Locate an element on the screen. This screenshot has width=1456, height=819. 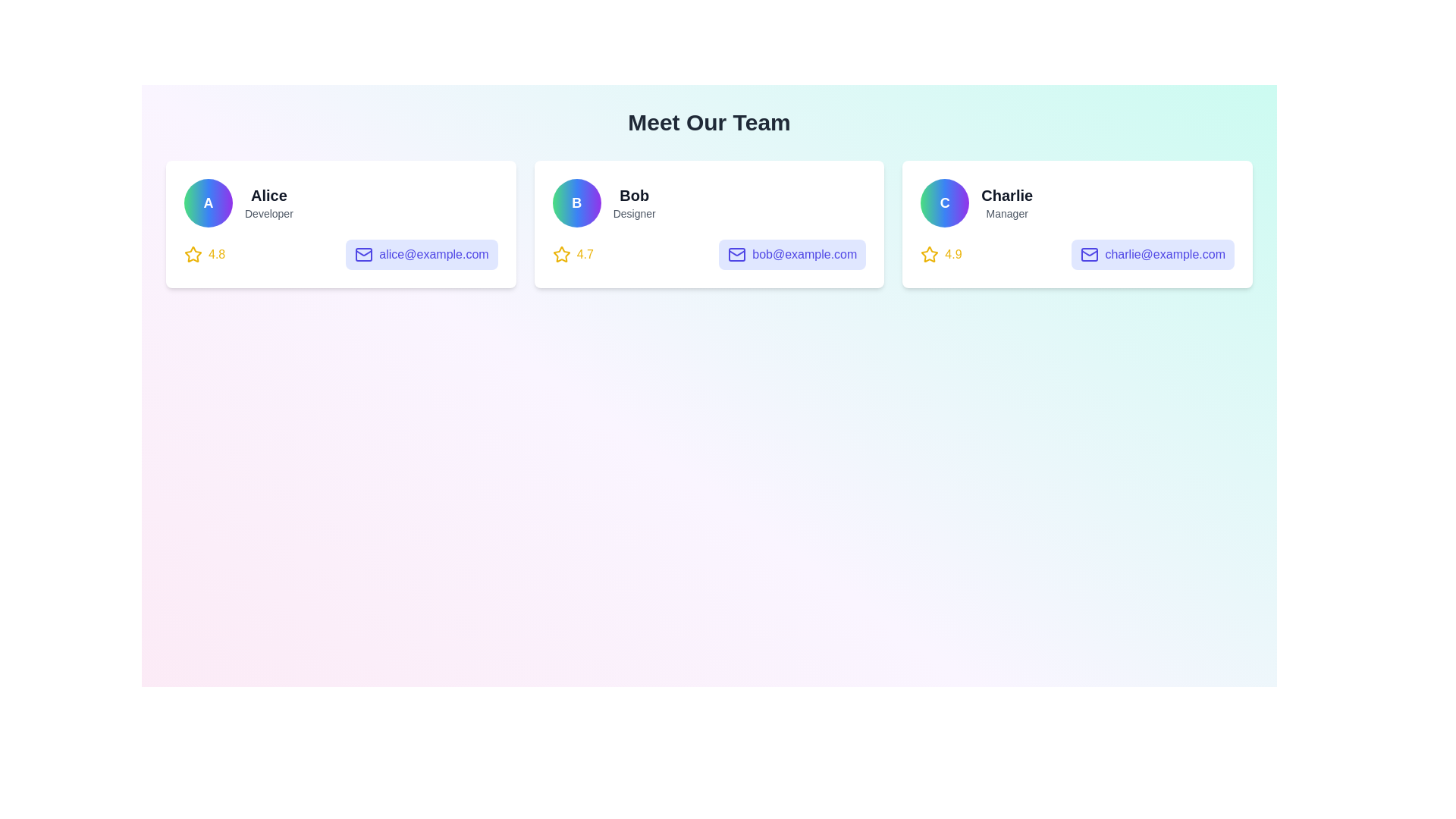
the circular profile icon representing 'Alice' located at the leftmost side of the card displaying her information is located at coordinates (207, 202).